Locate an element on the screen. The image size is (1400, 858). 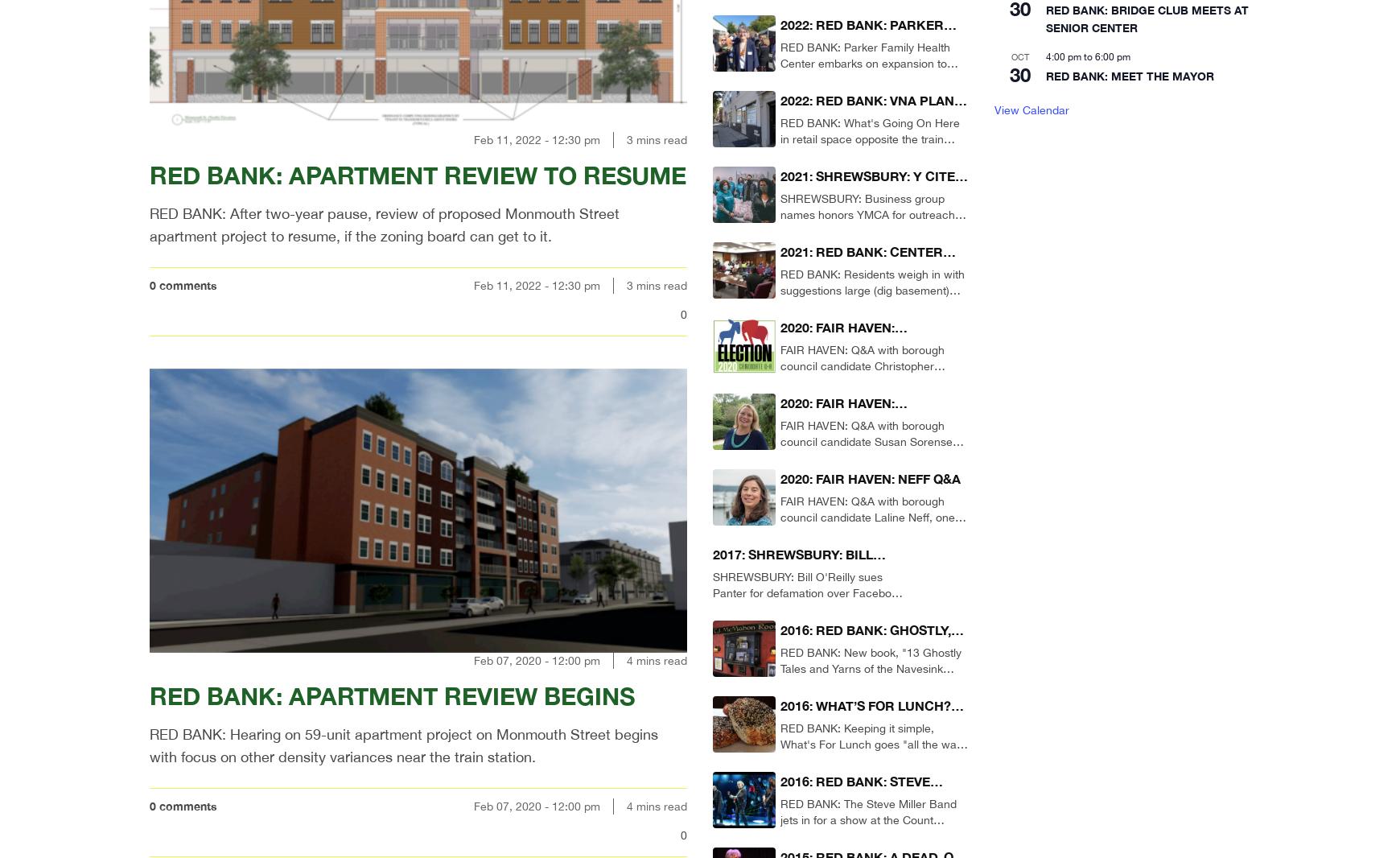
'FAIR HAVEN: Q&A with borough council candidate Susan Sorensen, one of three contenders in this year's race for two seats.' is located at coordinates (780, 449).